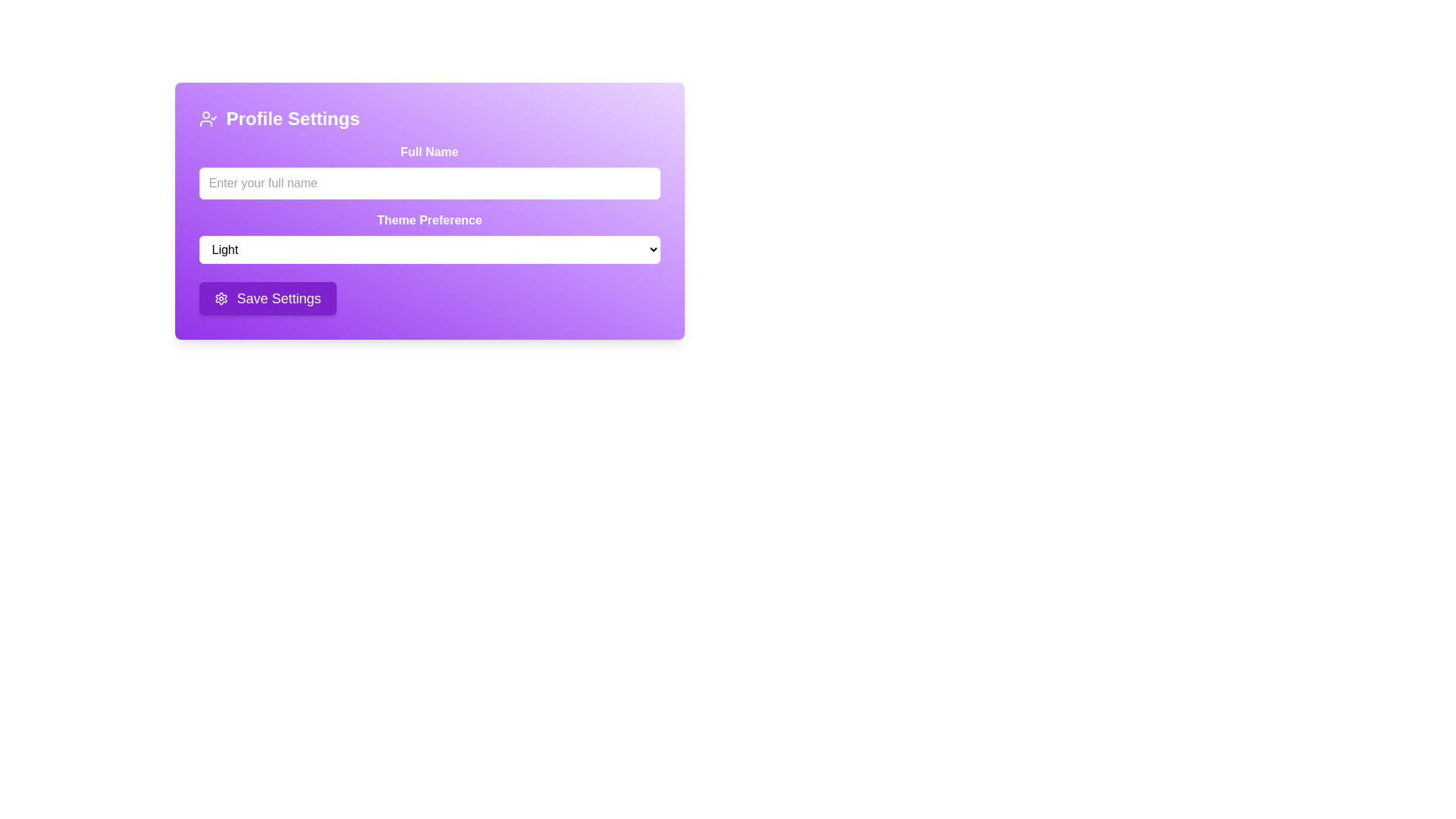  What do you see at coordinates (207, 118) in the screenshot?
I see `the user-related settings icon in the header section of the 'Profile Settings' card, which is the leftmost component before the text 'Profile Settings'` at bounding box center [207, 118].